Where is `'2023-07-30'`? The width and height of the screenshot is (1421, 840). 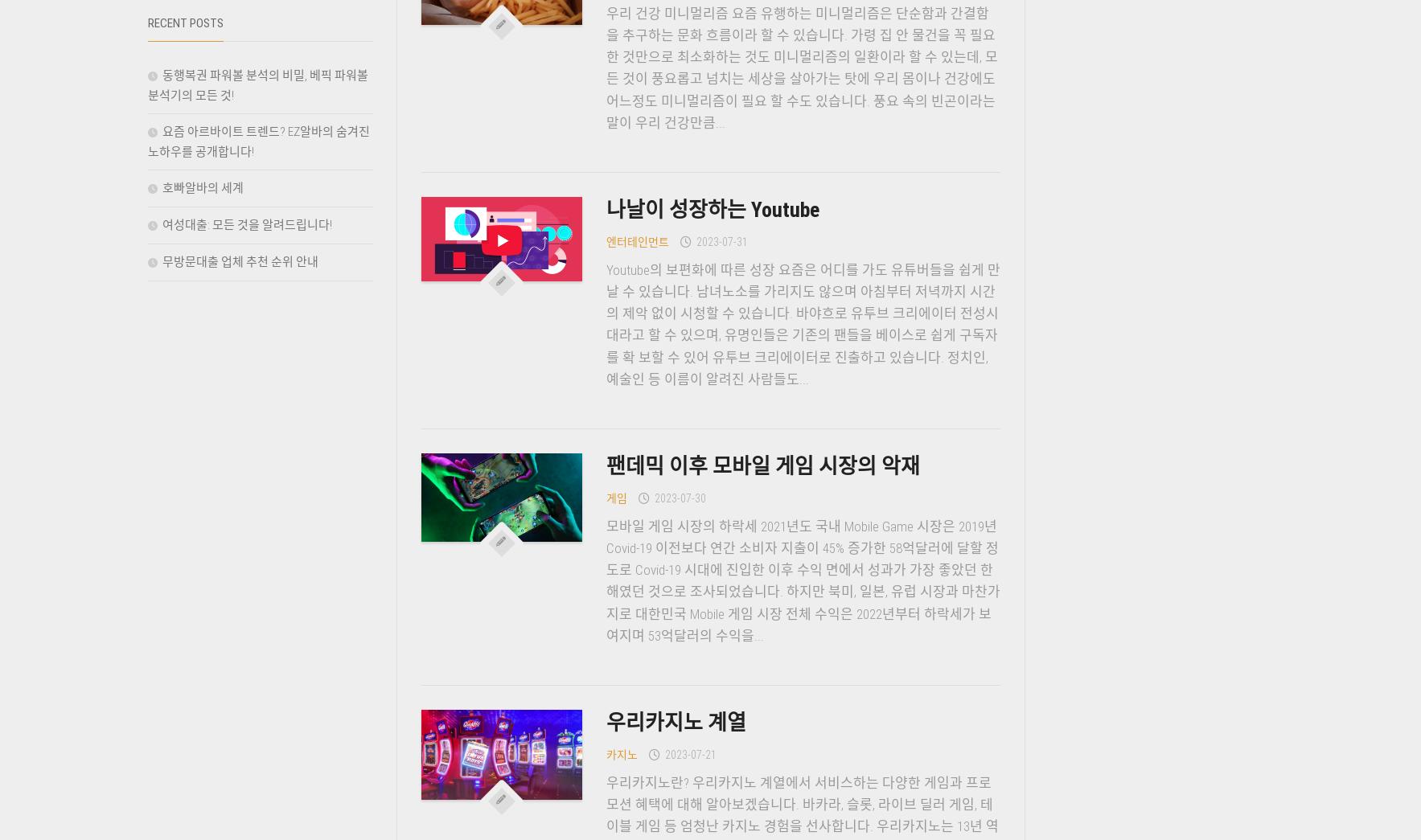
'2023-07-30' is located at coordinates (678, 496).